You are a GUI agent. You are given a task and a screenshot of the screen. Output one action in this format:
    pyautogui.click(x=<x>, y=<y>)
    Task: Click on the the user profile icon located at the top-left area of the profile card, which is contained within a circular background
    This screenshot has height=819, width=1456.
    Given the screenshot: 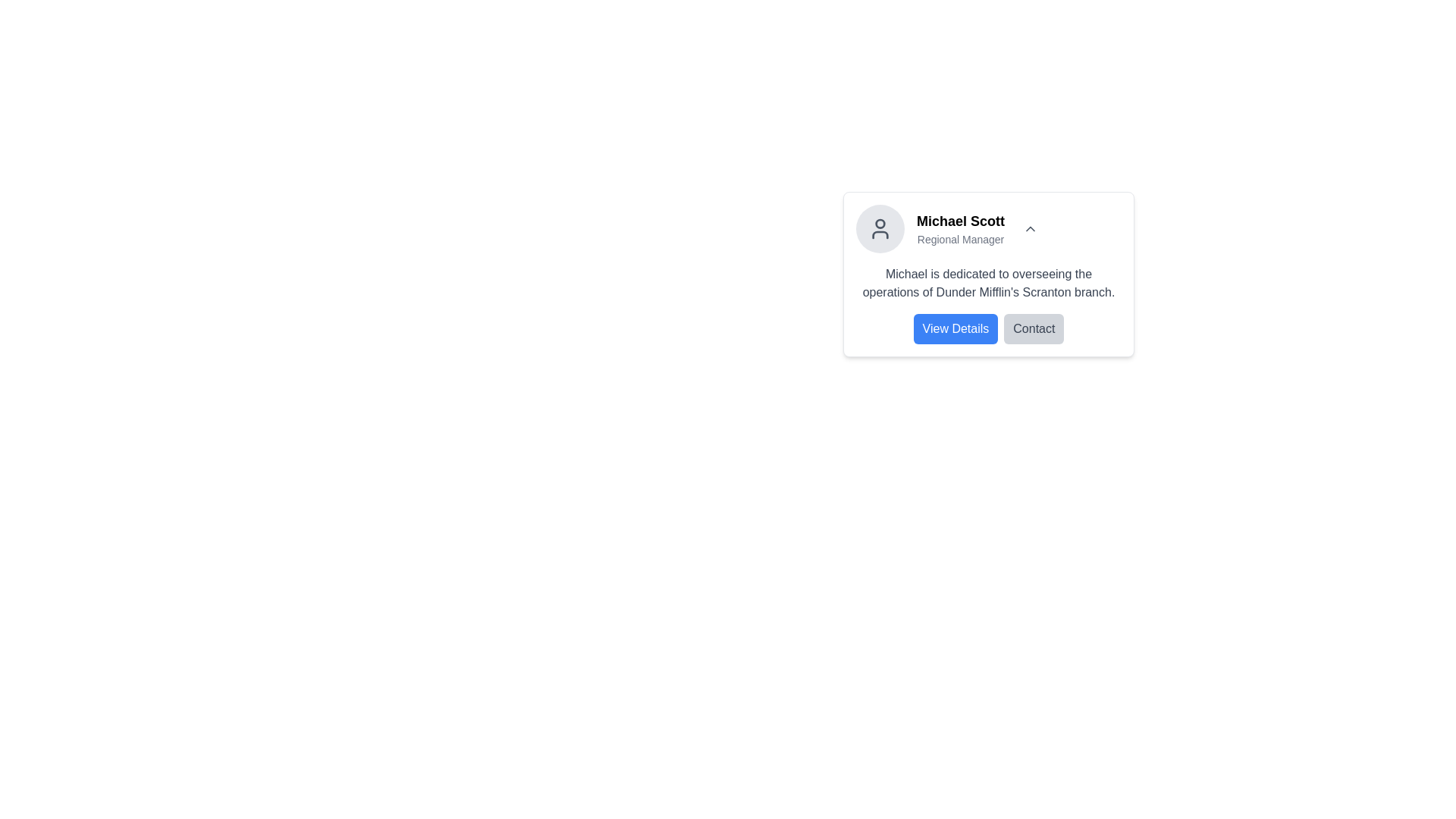 What is the action you would take?
    pyautogui.click(x=880, y=228)
    